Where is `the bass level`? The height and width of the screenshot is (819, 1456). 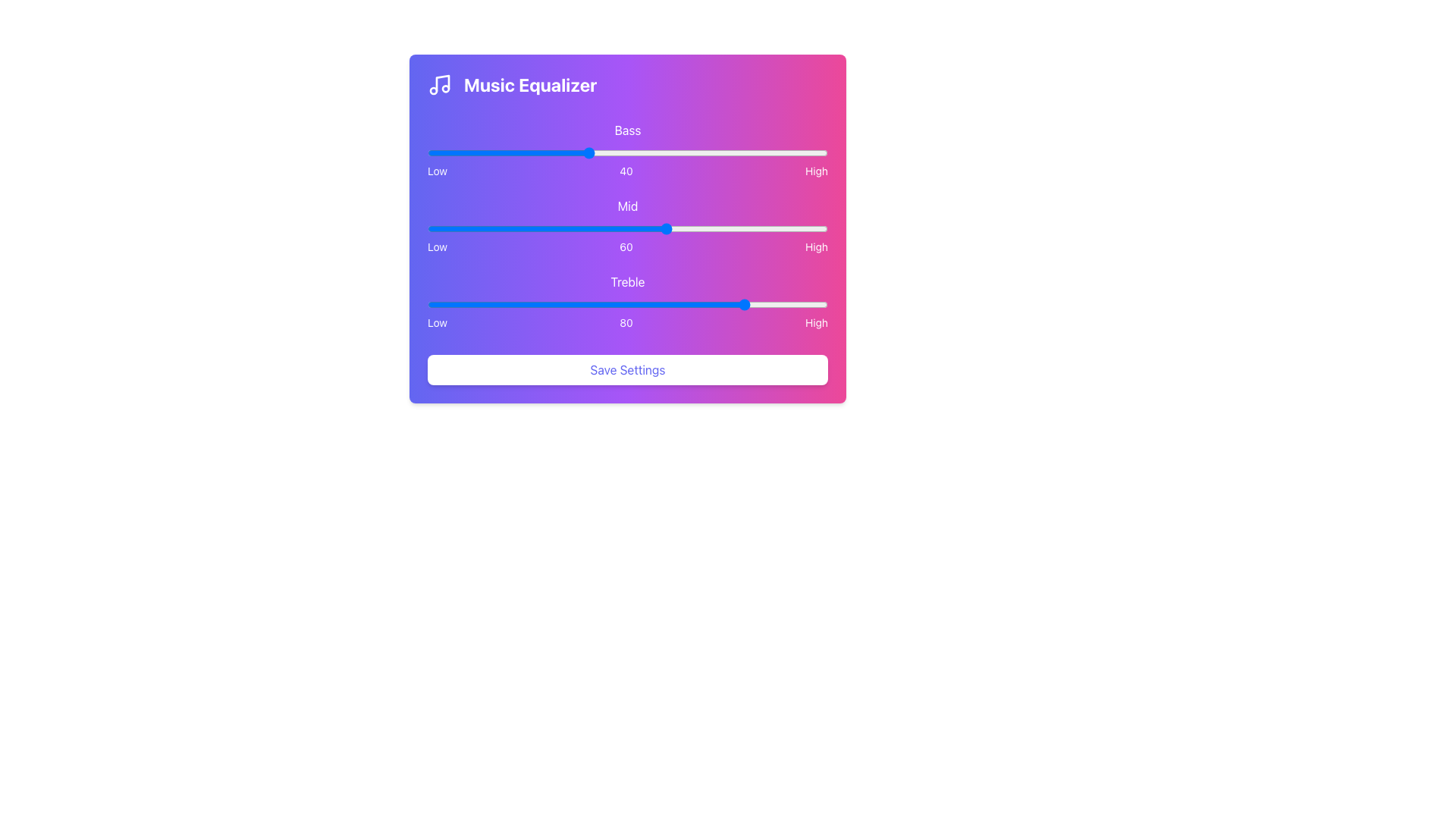
the bass level is located at coordinates (811, 152).